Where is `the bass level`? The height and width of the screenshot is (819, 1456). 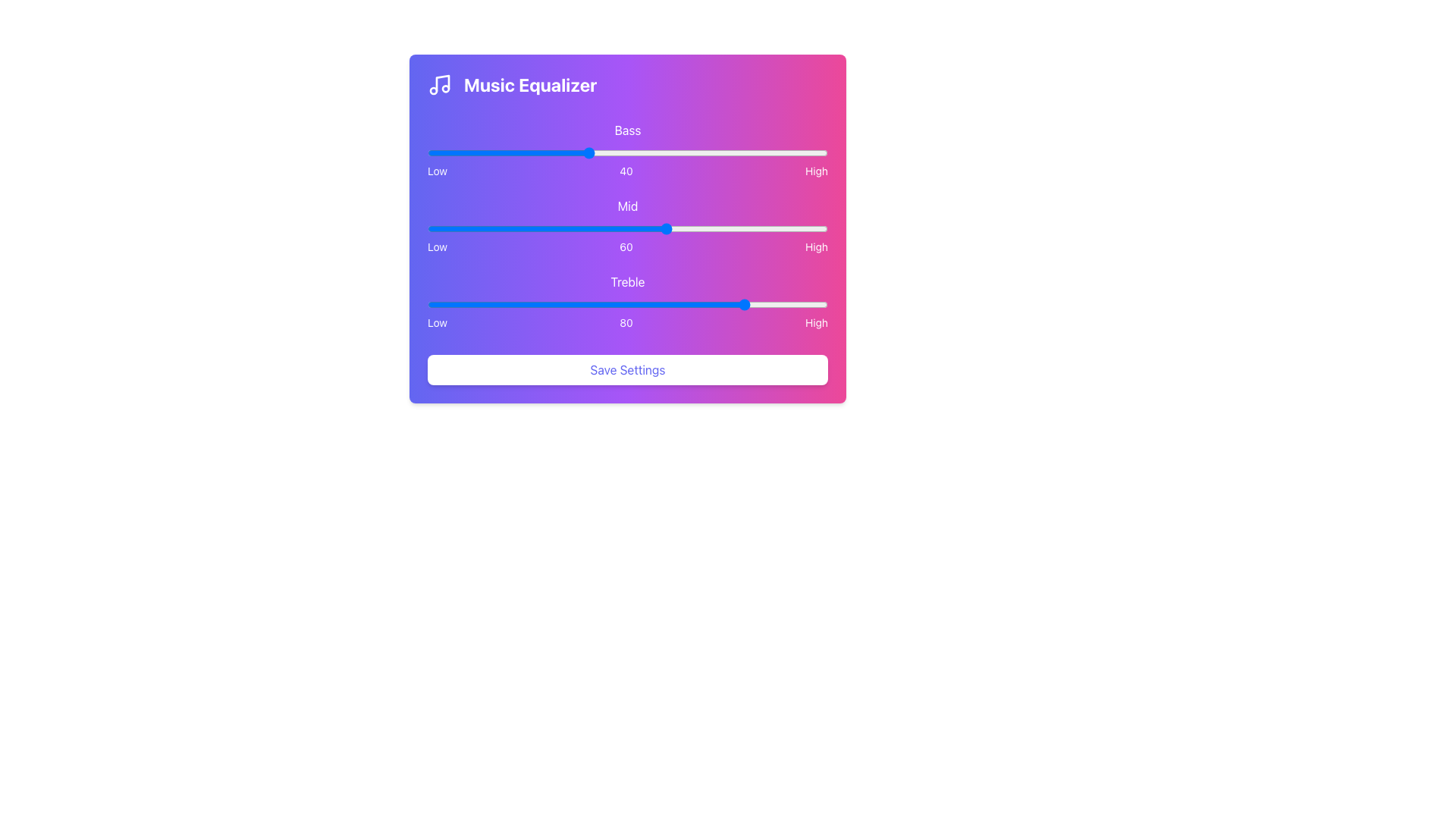
the bass level is located at coordinates (811, 152).